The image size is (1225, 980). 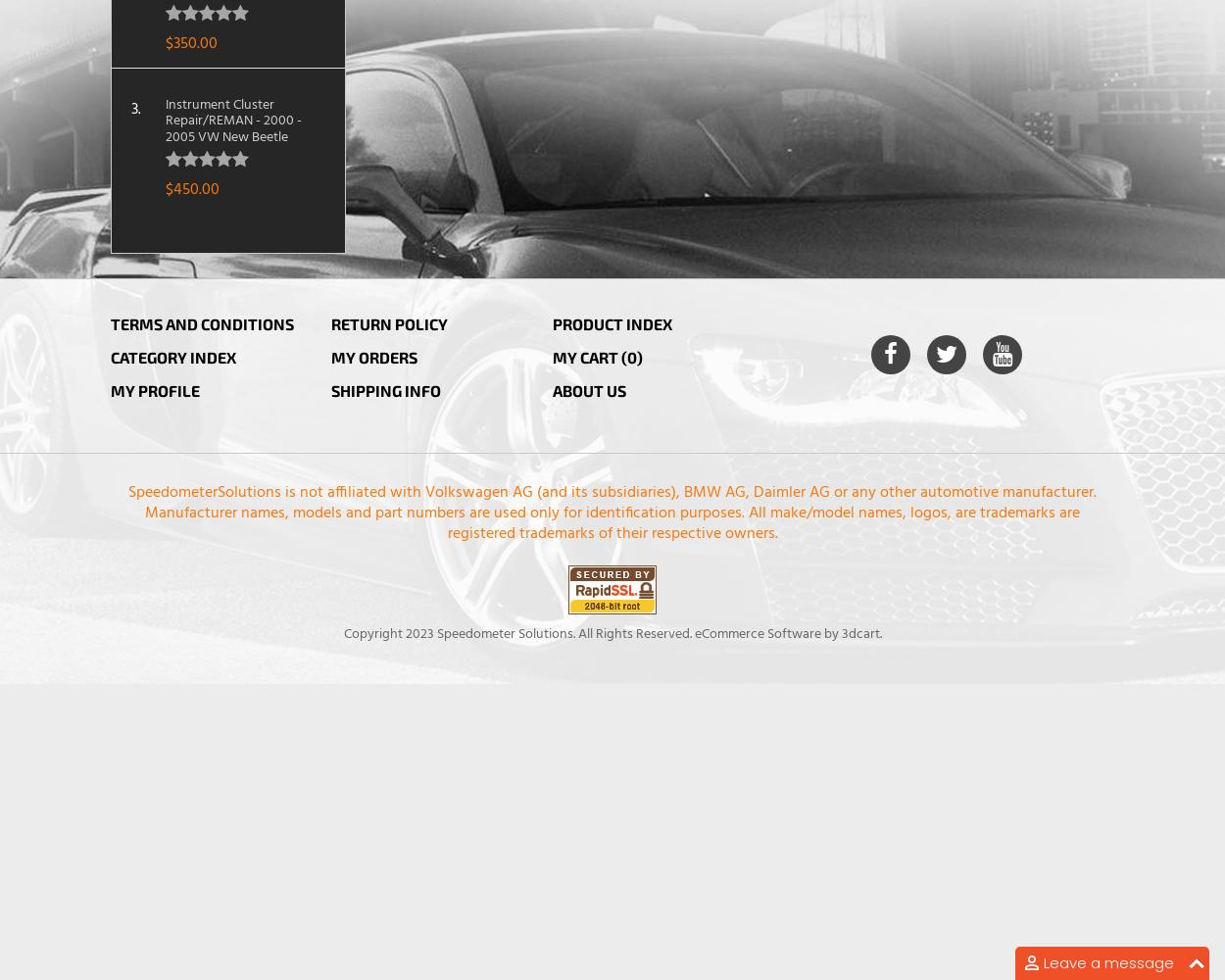 I want to click on 'Terms and Conditions', so click(x=201, y=322).